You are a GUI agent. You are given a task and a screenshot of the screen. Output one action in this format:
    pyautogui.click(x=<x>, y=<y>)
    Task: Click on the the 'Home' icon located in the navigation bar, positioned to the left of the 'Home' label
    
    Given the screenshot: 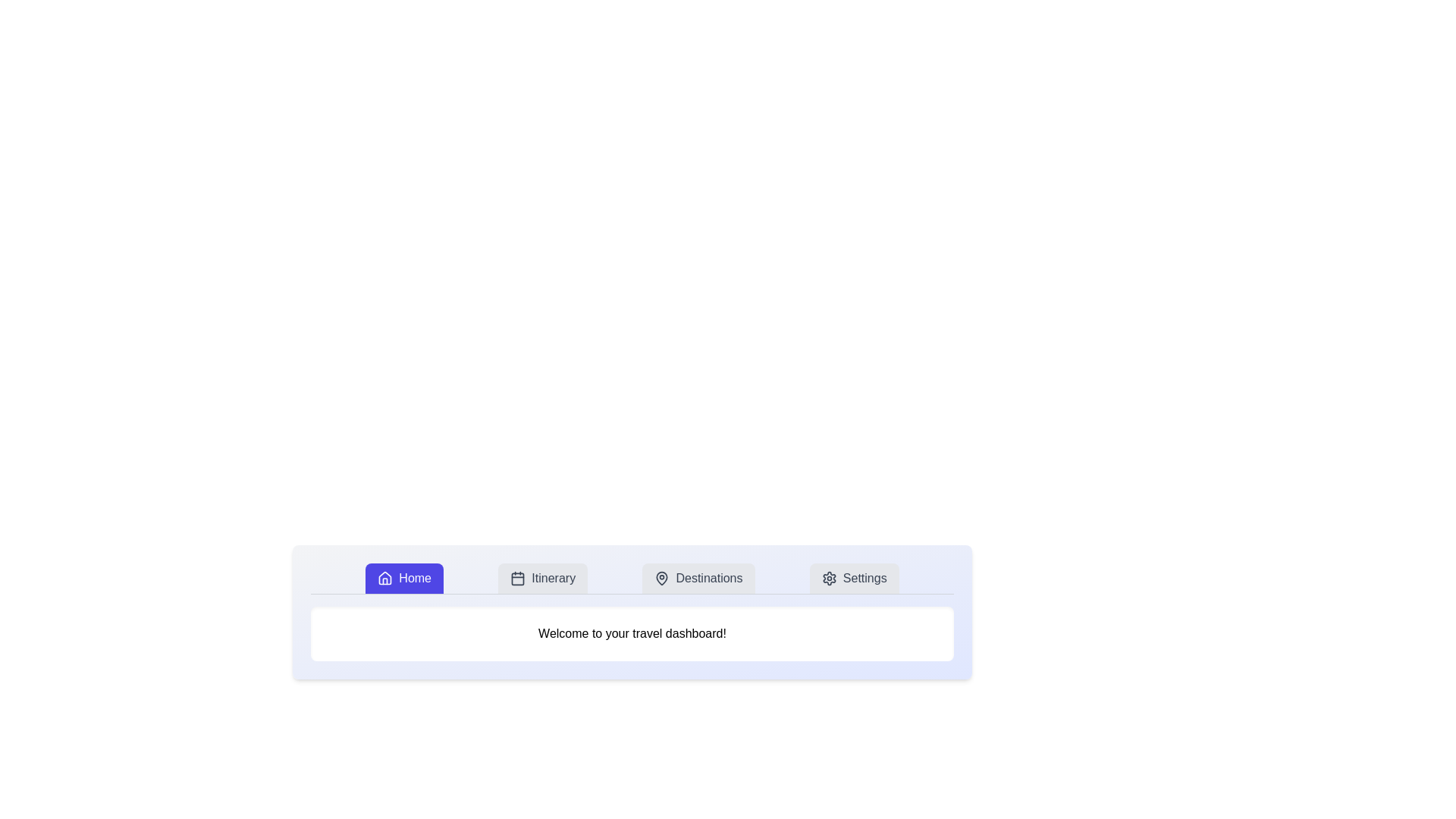 What is the action you would take?
    pyautogui.click(x=385, y=579)
    